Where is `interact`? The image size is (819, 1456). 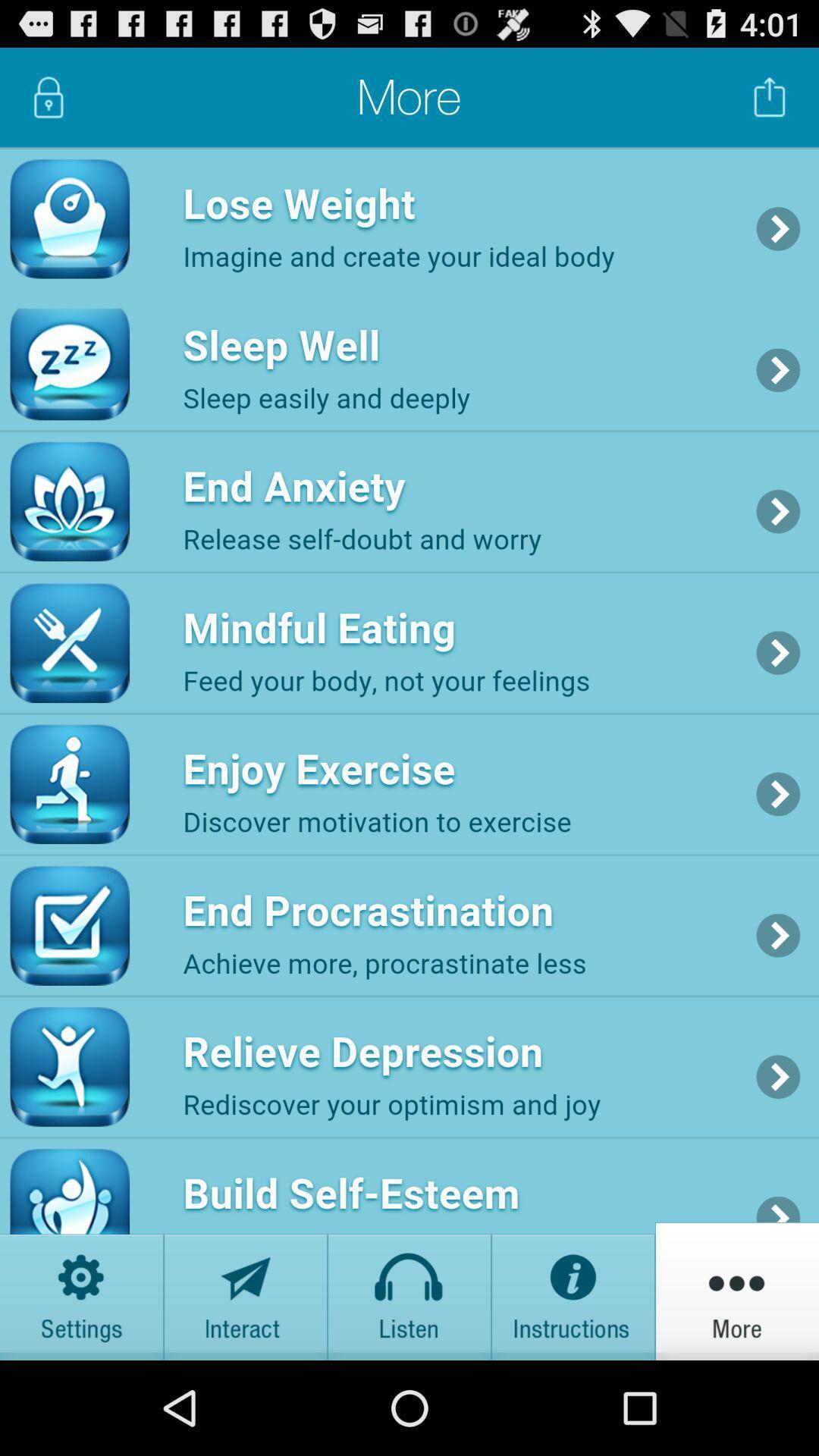 interact is located at coordinates (245, 1290).